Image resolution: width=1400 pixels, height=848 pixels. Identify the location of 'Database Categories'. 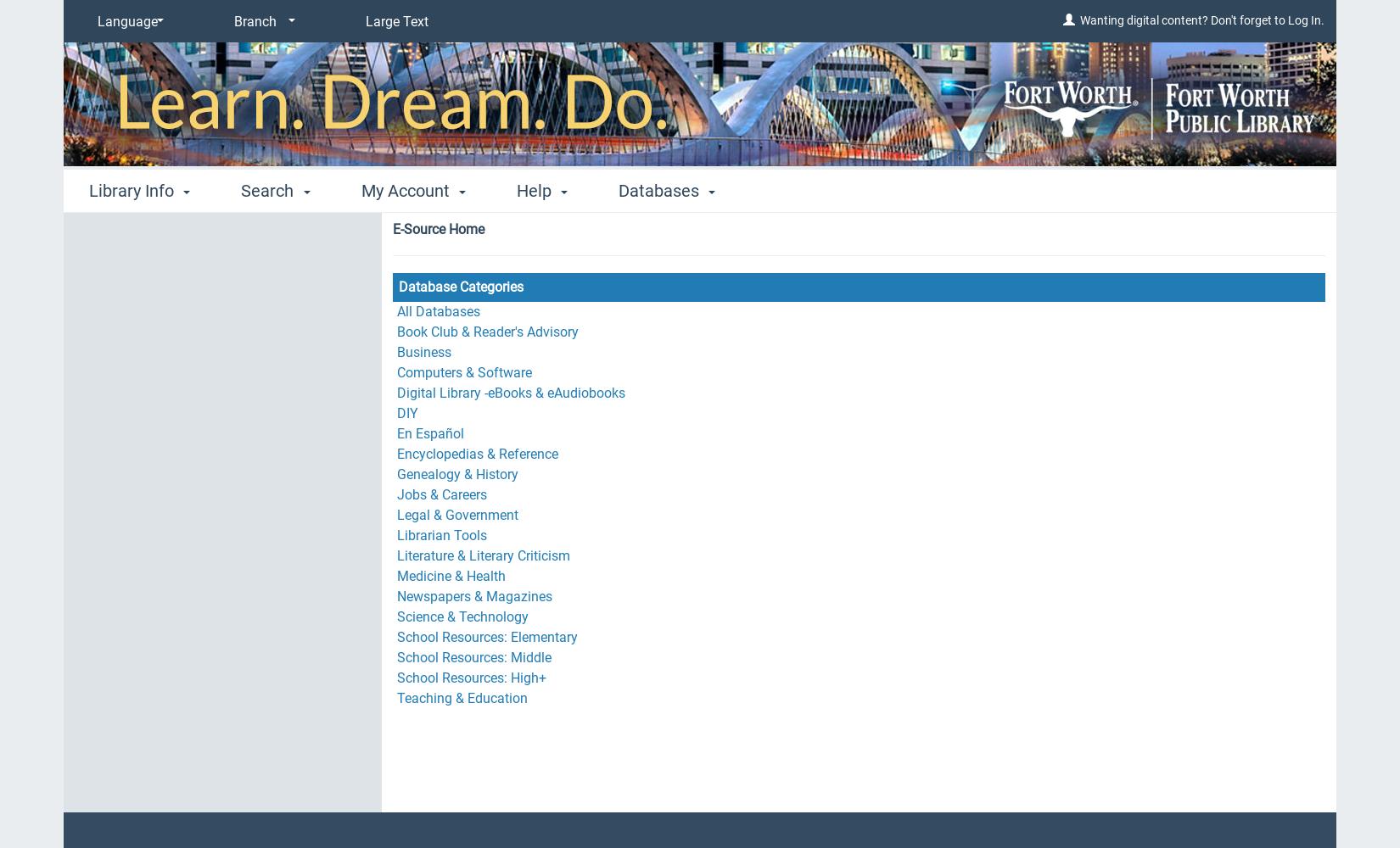
(460, 286).